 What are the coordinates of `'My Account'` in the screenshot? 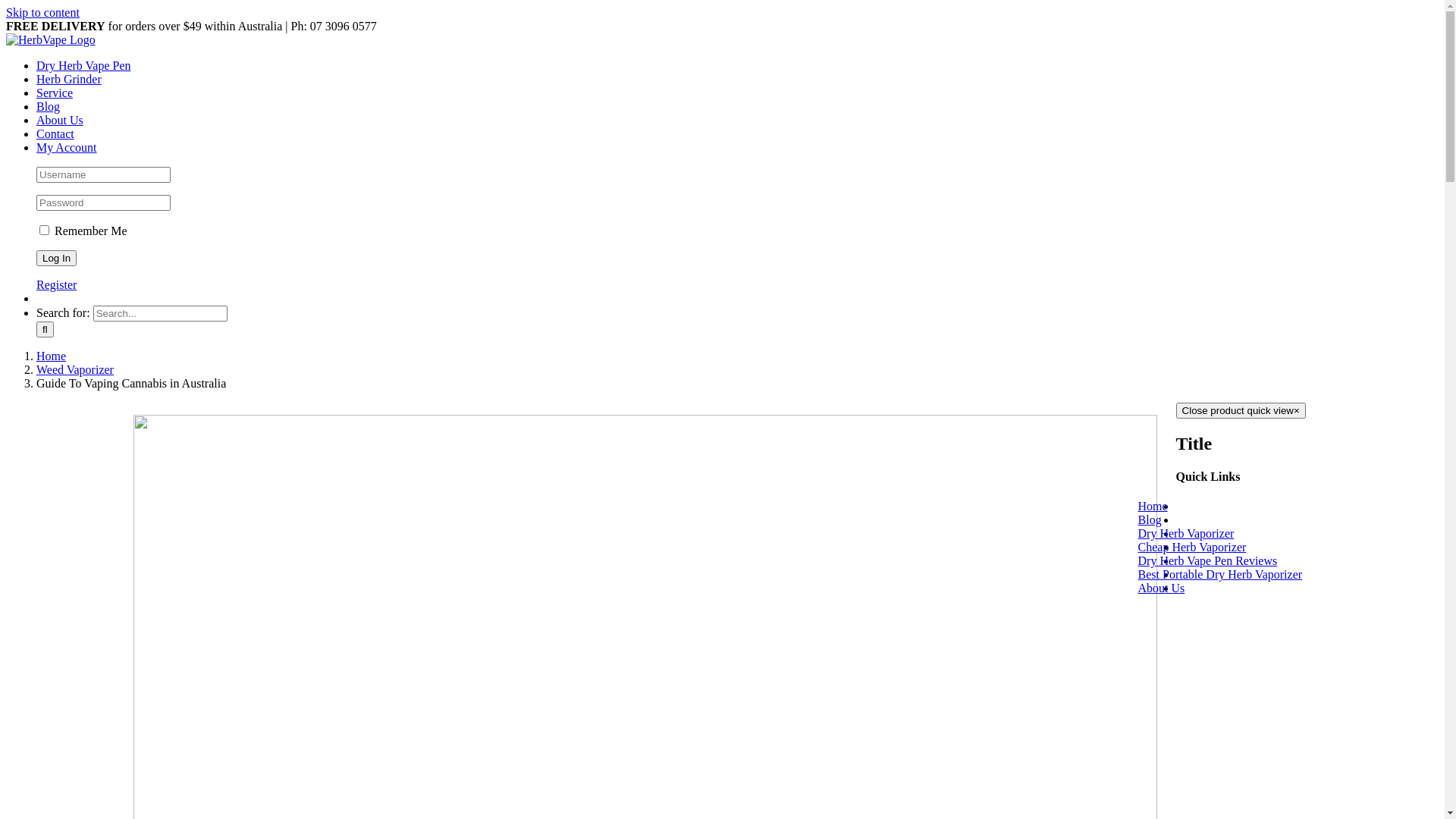 It's located at (65, 147).